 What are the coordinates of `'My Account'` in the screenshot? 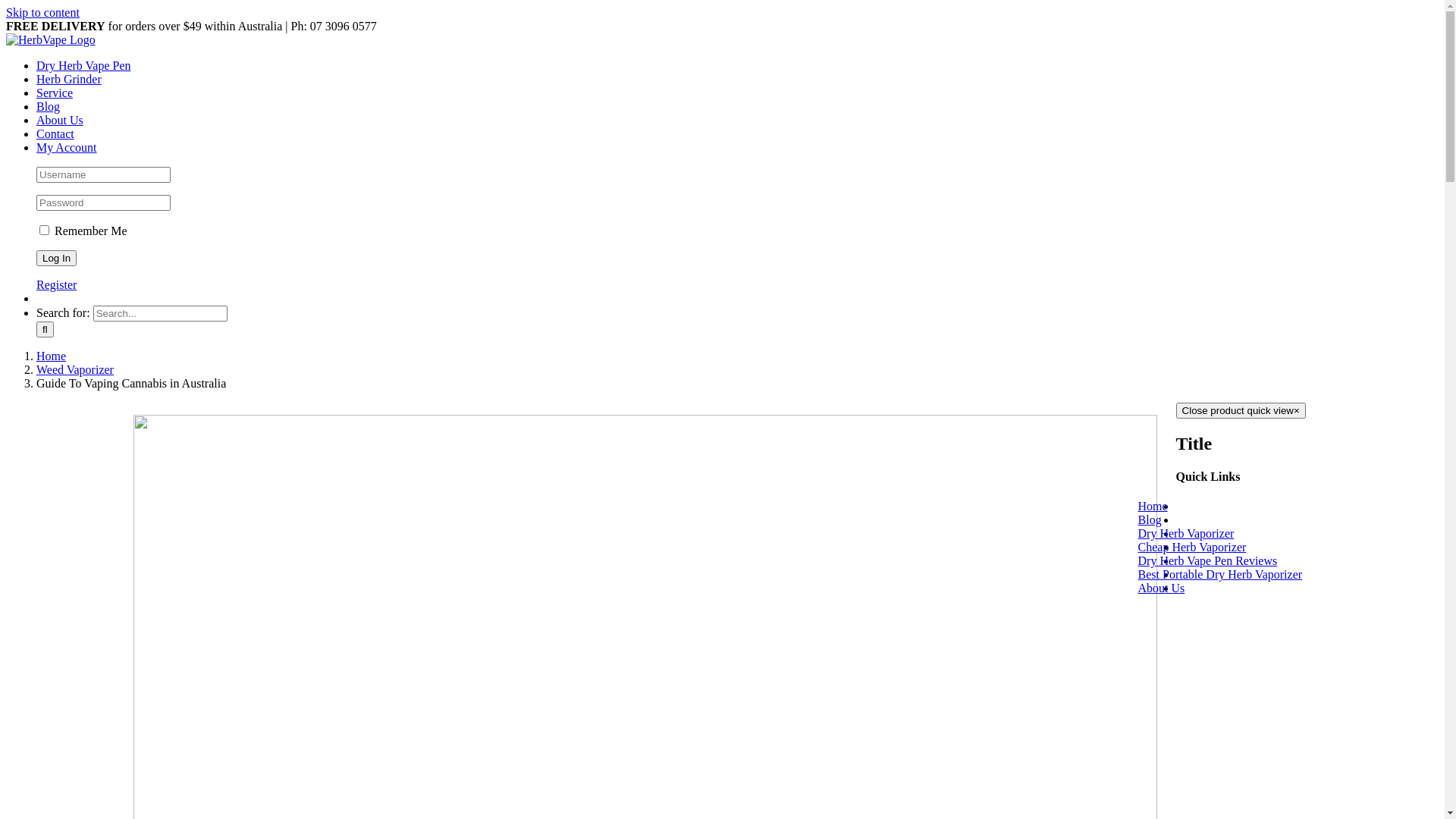 It's located at (65, 147).